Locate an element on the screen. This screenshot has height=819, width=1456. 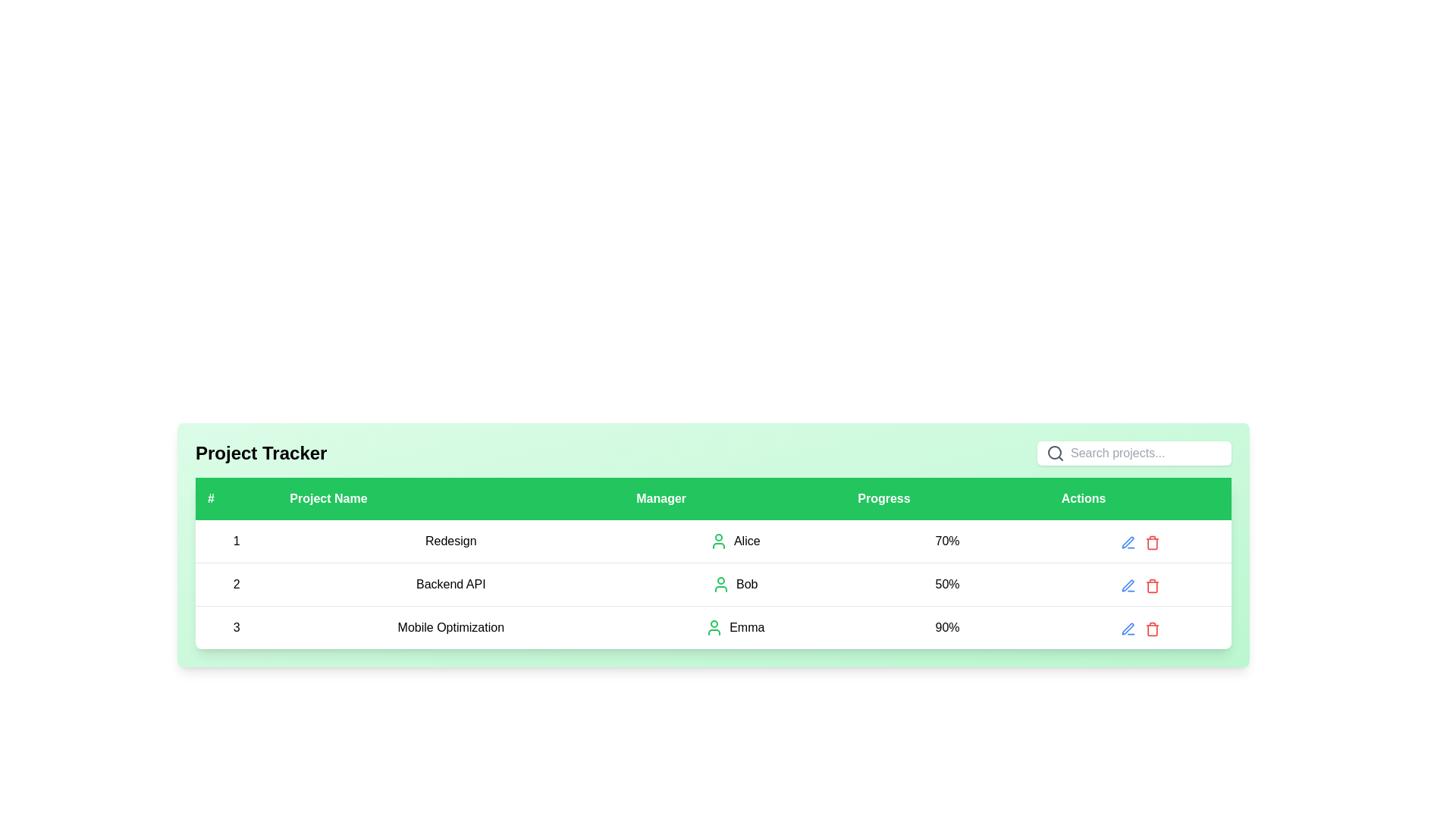
the text 'Alice' with the user icon in the 'Manager' column for the 'Redesign' row, as it may have interactive capabilities is located at coordinates (735, 540).